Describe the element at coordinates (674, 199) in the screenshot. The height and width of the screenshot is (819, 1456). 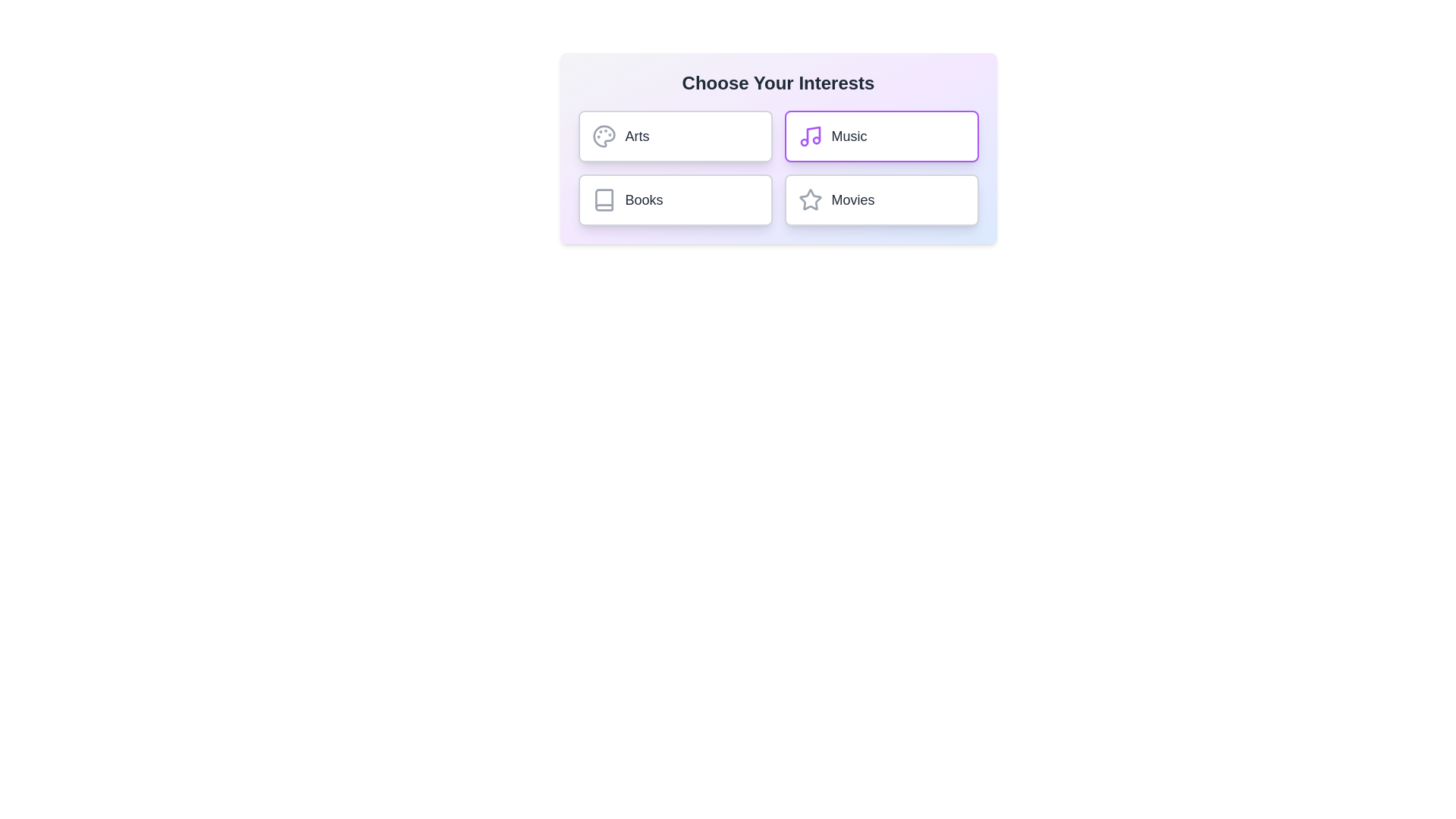
I see `the chip labeled Books` at that location.